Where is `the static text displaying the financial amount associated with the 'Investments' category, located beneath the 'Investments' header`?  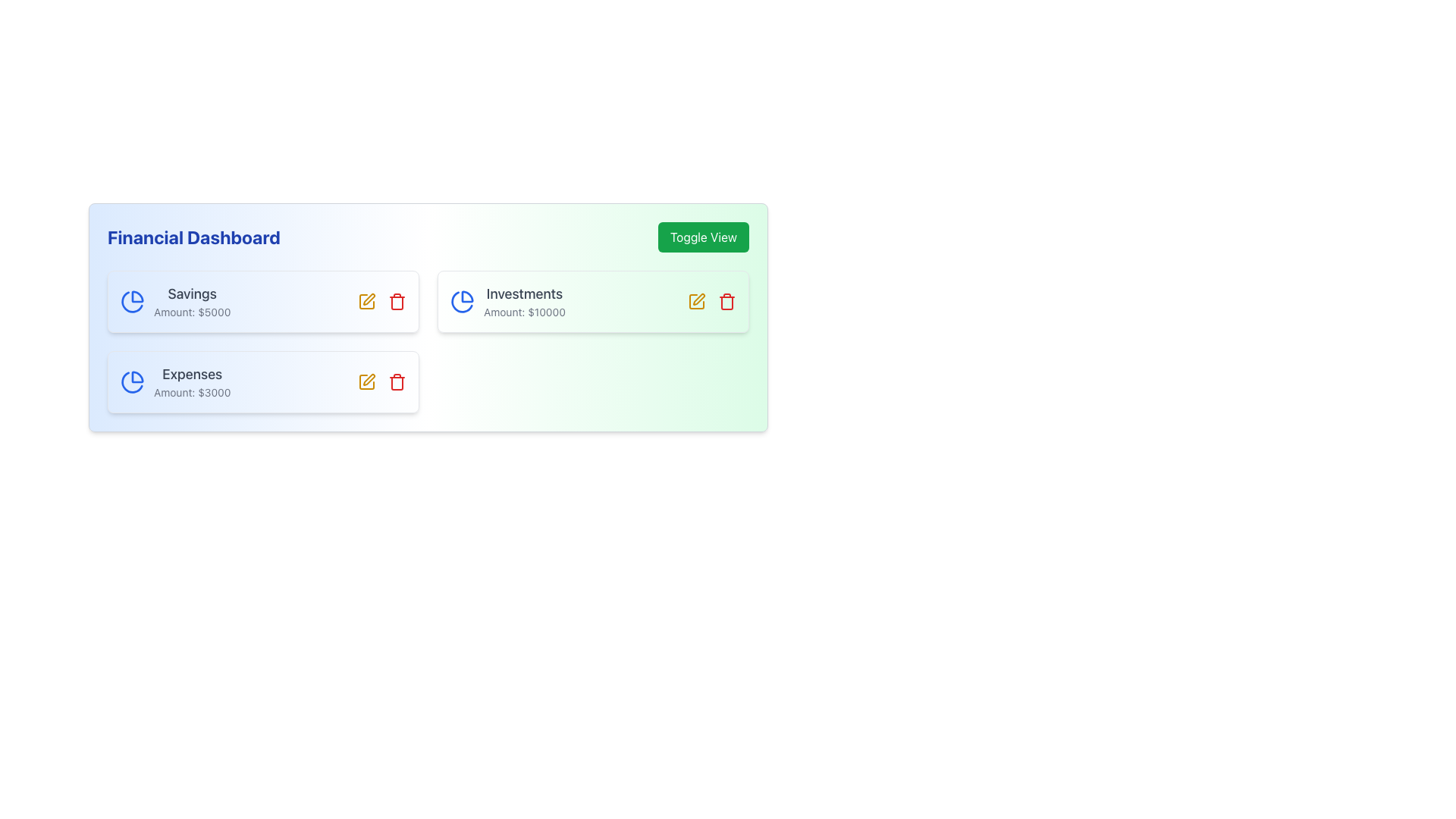 the static text displaying the financial amount associated with the 'Investments' category, located beneath the 'Investments' header is located at coordinates (524, 312).